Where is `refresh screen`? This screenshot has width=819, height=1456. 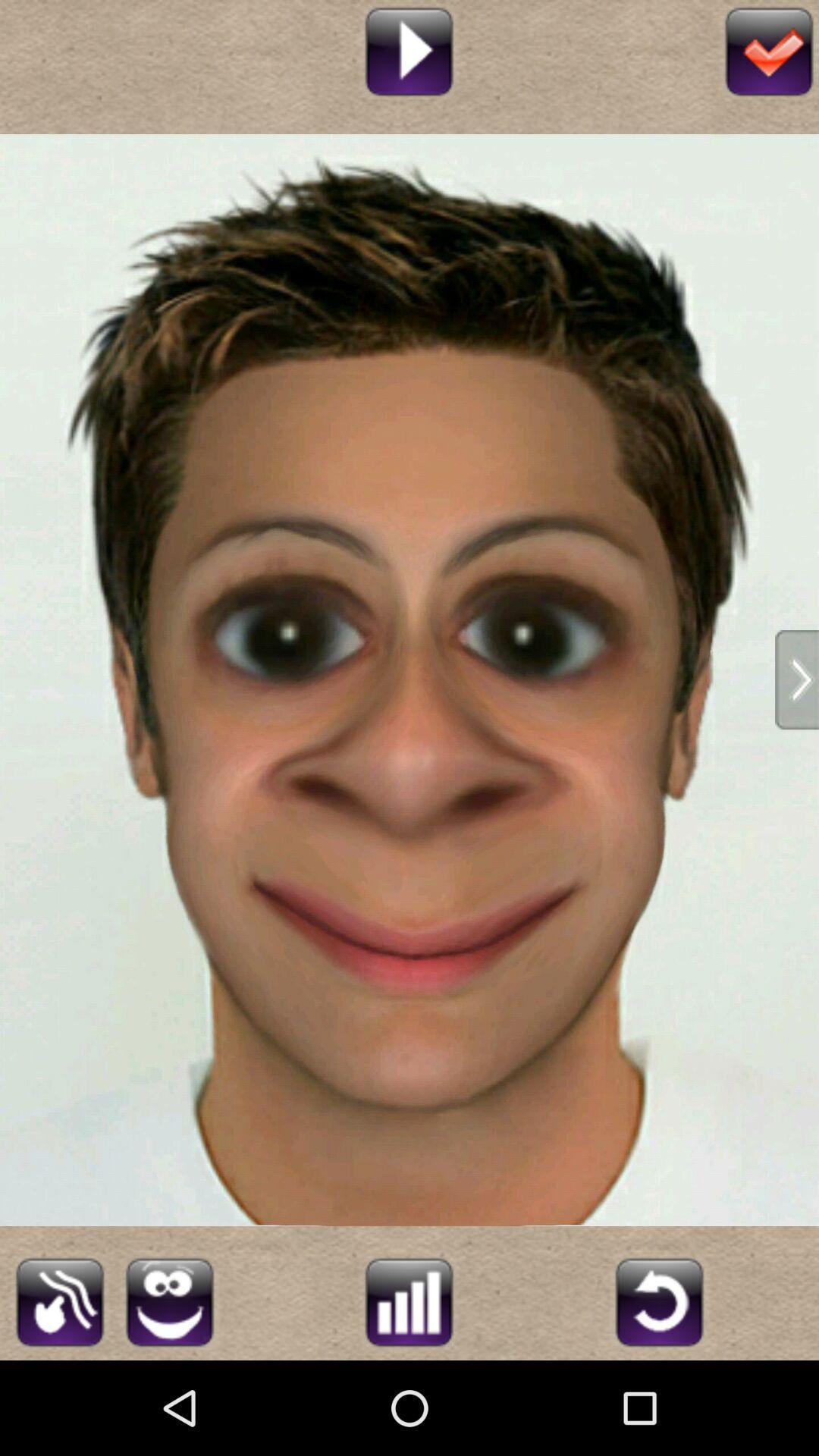
refresh screen is located at coordinates (658, 1299).